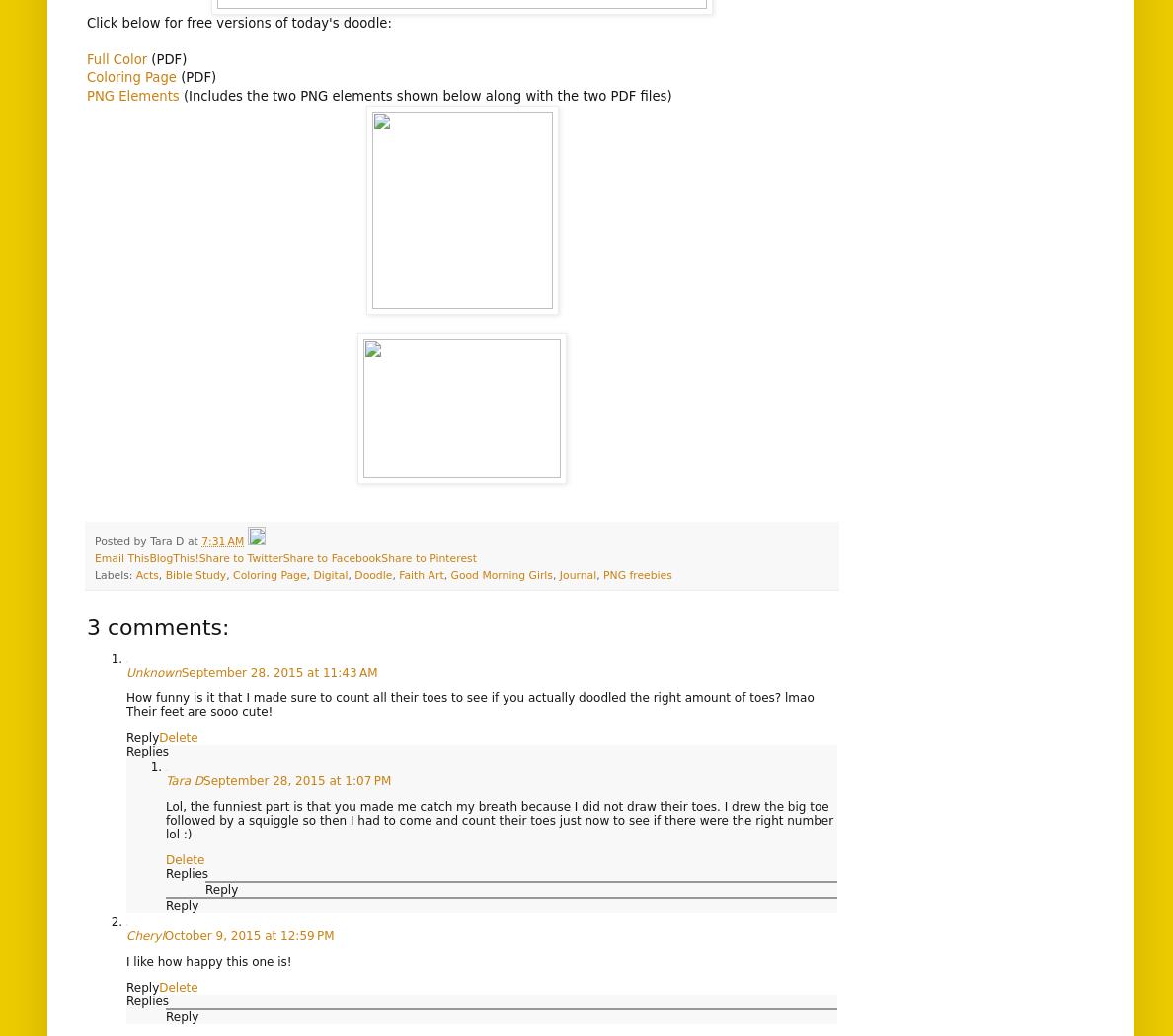 Image resolution: width=1173 pixels, height=1036 pixels. Describe the element at coordinates (354, 574) in the screenshot. I see `'Doodle'` at that location.